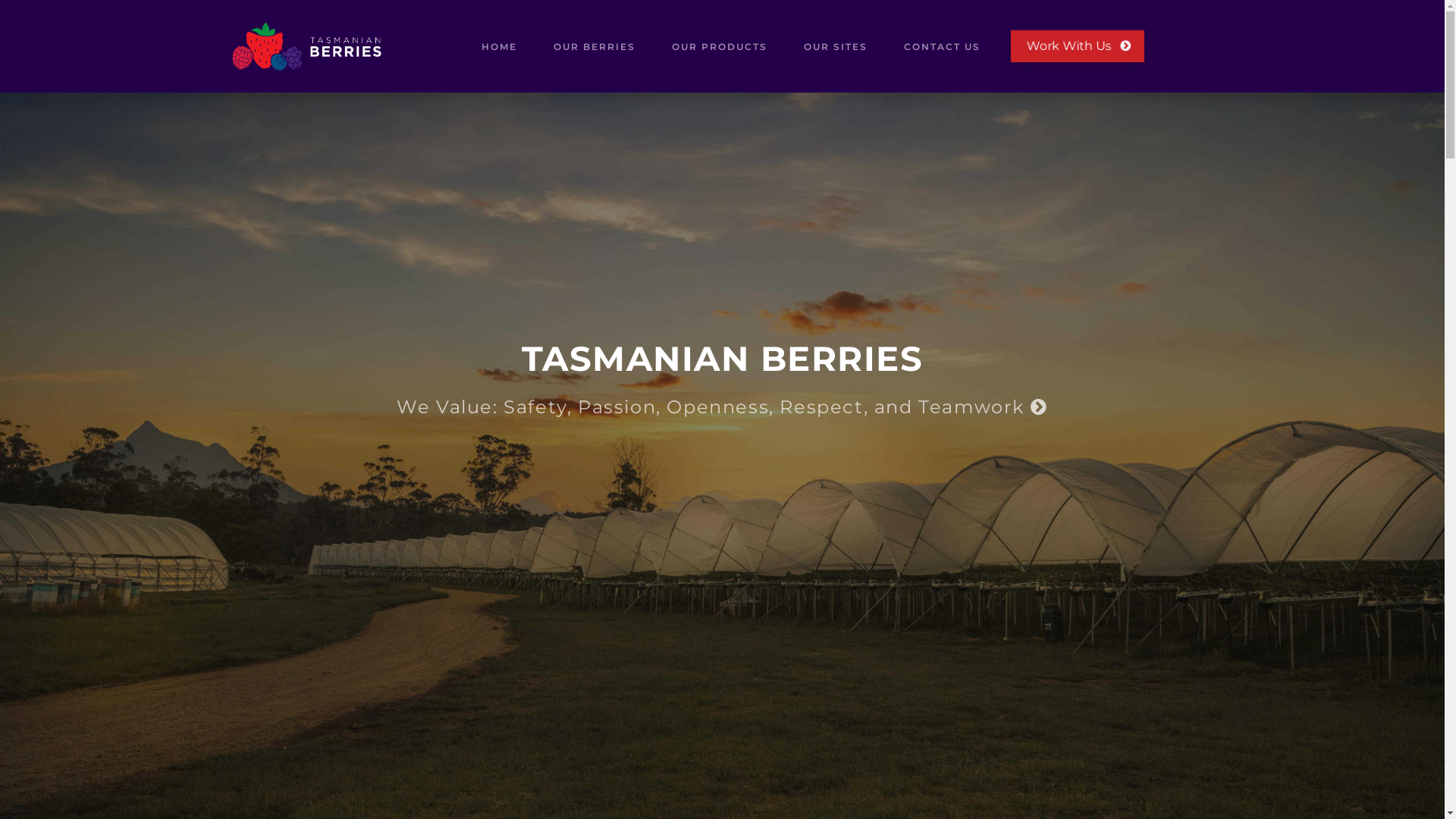 The width and height of the screenshot is (1456, 819). Describe the element at coordinates (719, 45) in the screenshot. I see `'OUR PRODUCTS'` at that location.